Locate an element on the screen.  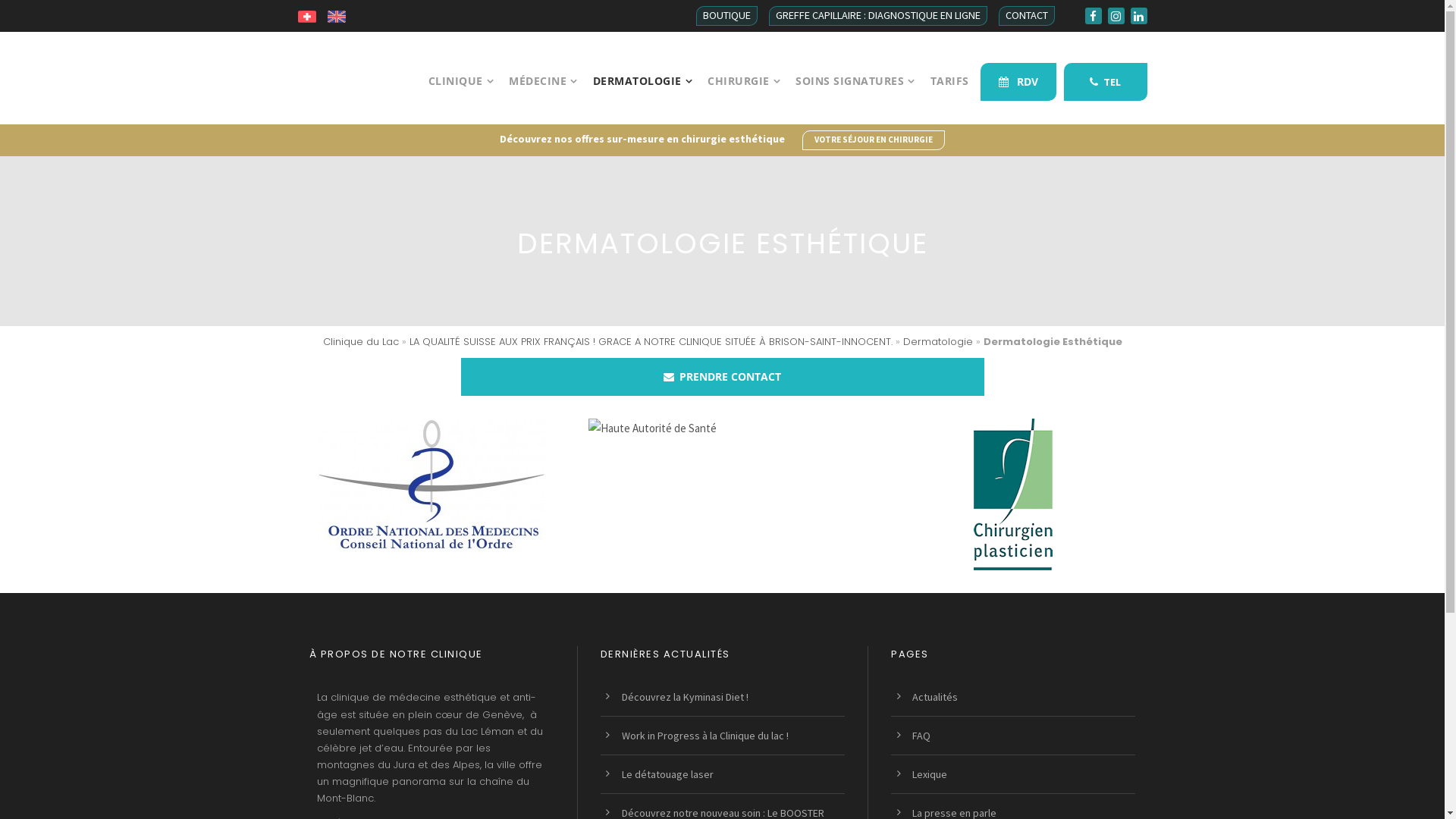
'GREFFE CAPILLAIRE : DIAGNOSTIQUE EN LIGNE' is located at coordinates (877, 15).